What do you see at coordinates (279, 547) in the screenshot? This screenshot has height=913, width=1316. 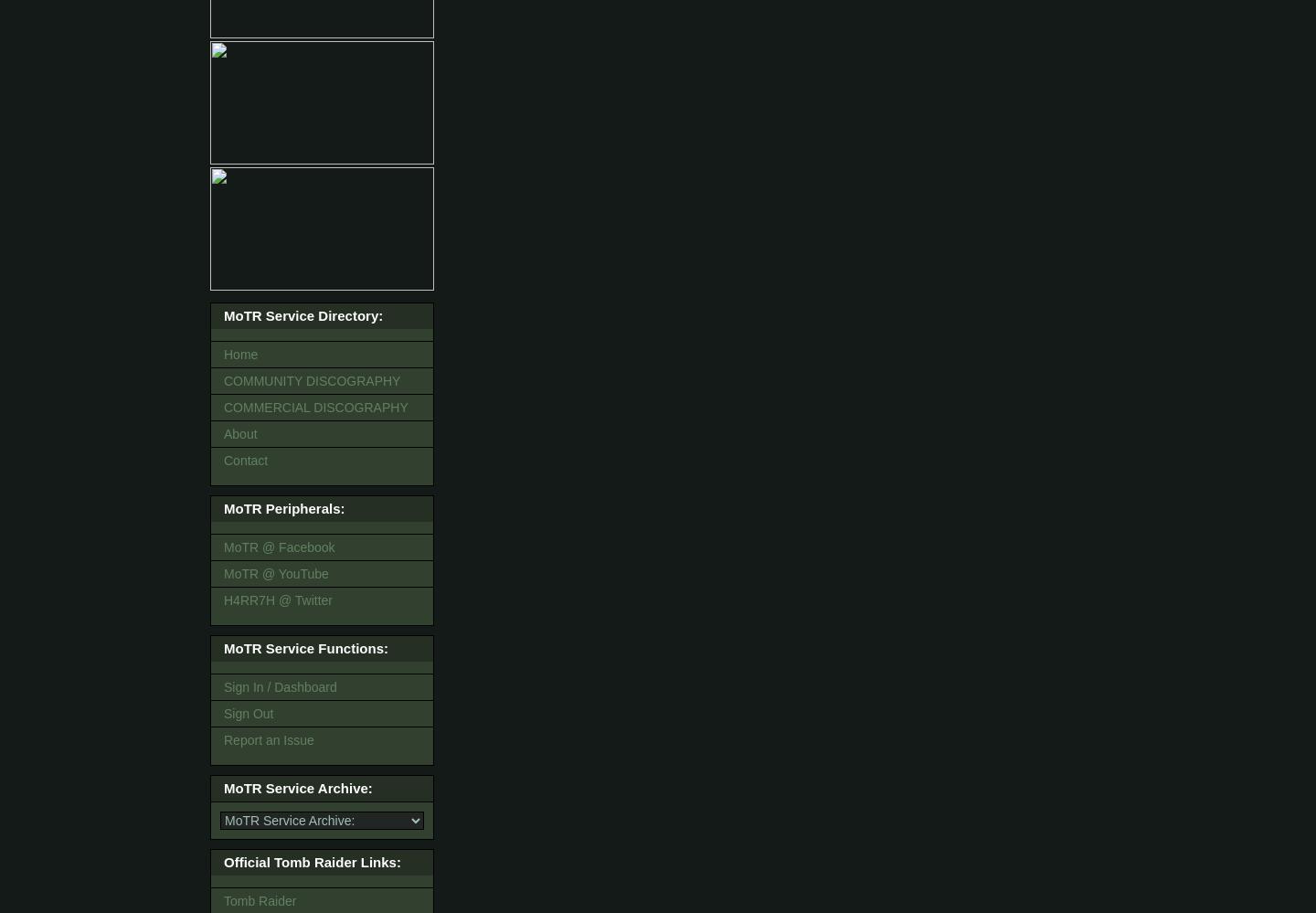 I see `'MoTR @ Facebook'` at bounding box center [279, 547].